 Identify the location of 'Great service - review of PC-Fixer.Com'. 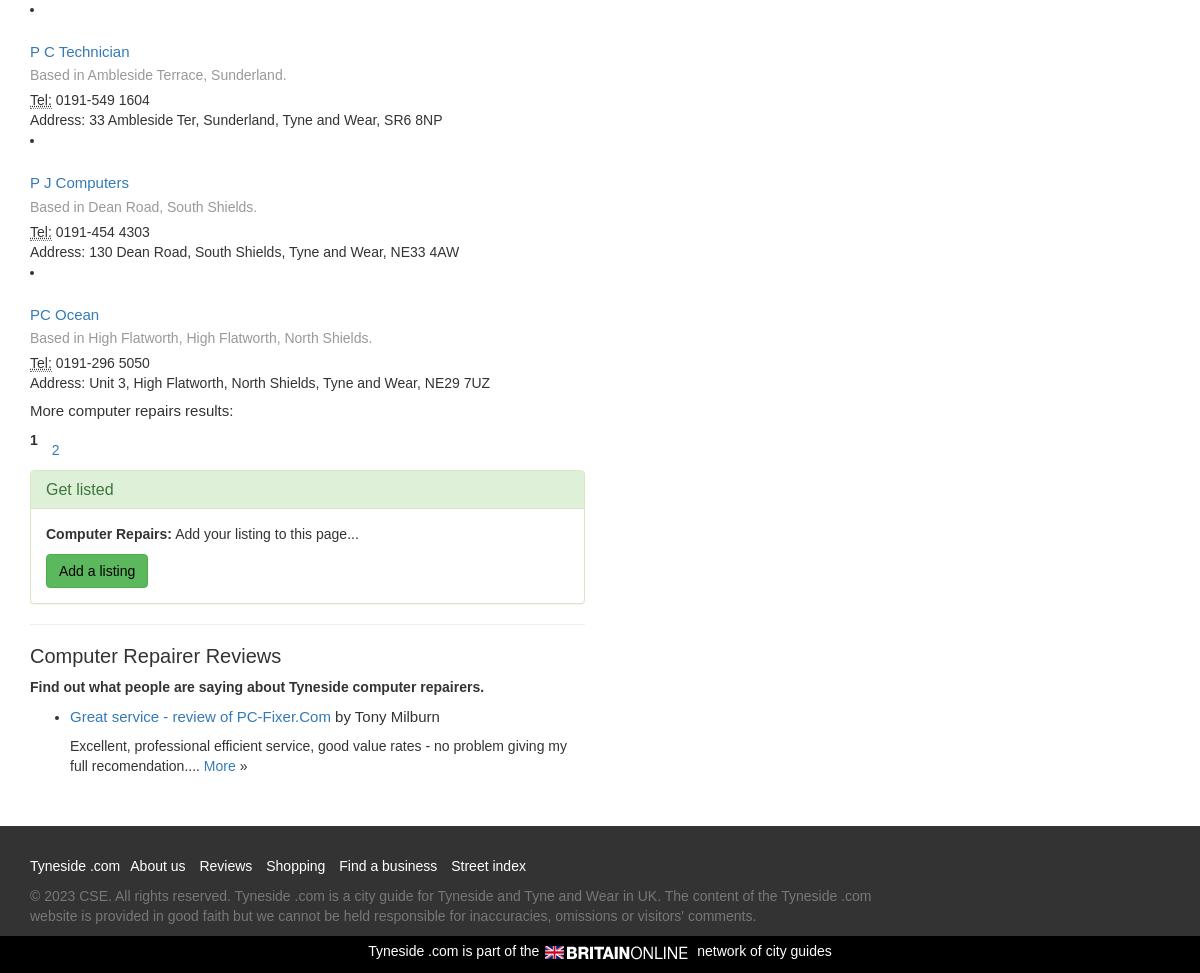
(199, 716).